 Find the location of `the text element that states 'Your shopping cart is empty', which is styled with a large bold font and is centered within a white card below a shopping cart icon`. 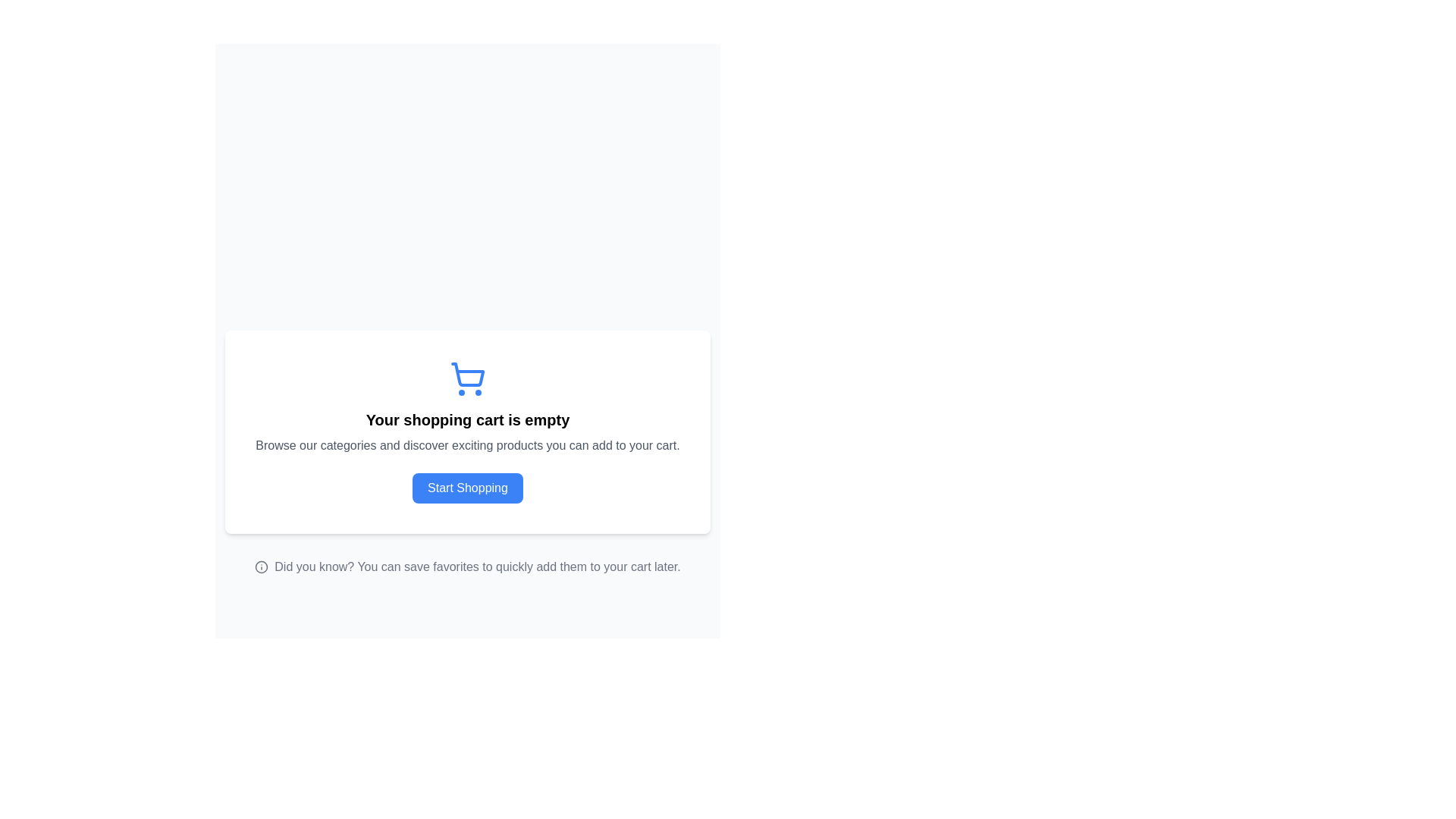

the text element that states 'Your shopping cart is empty', which is styled with a large bold font and is centered within a white card below a shopping cart icon is located at coordinates (467, 420).